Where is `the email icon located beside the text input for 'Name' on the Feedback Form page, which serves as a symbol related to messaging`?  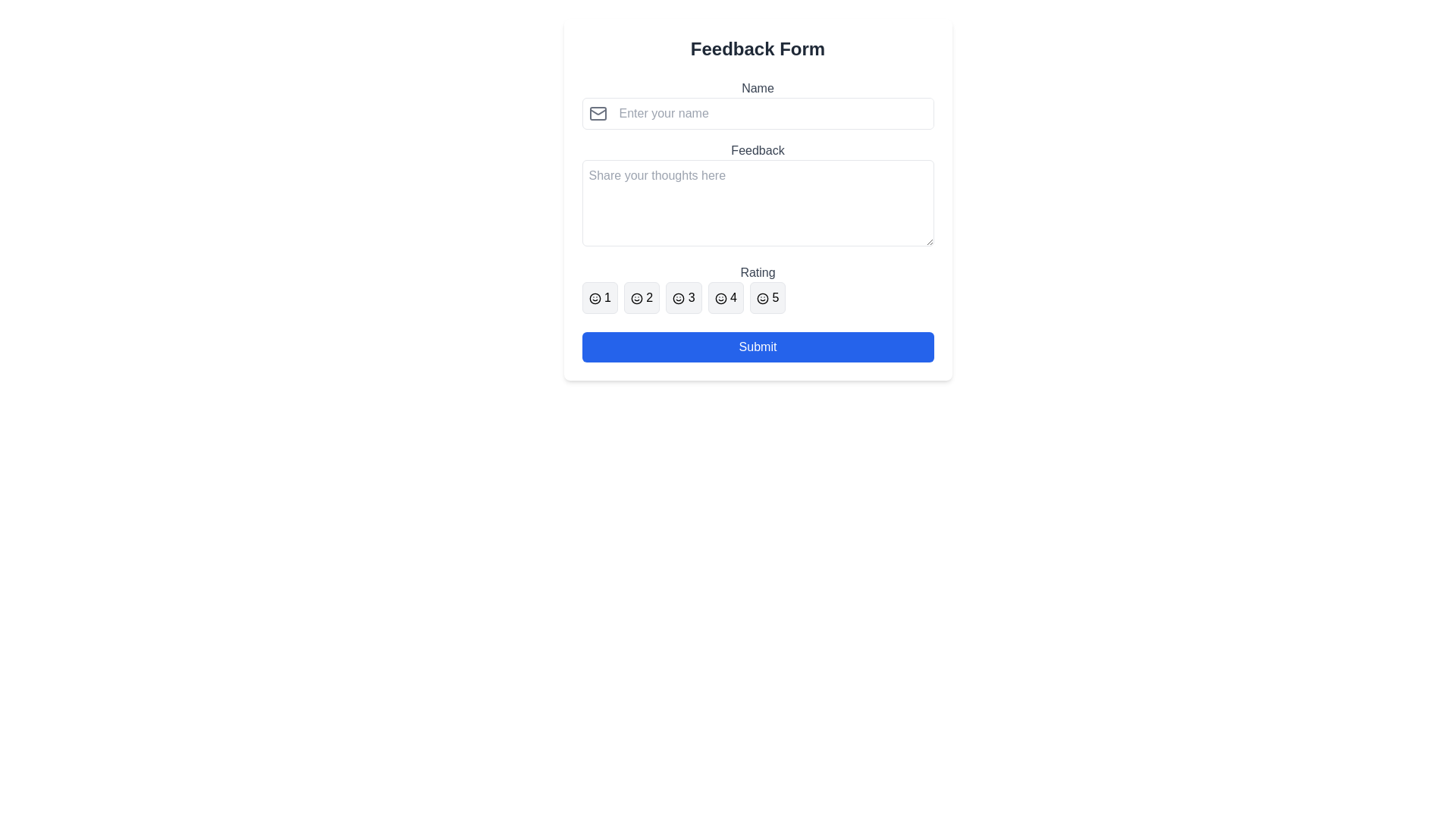
the email icon located beside the text input for 'Name' on the Feedback Form page, which serves as a symbol related to messaging is located at coordinates (597, 113).